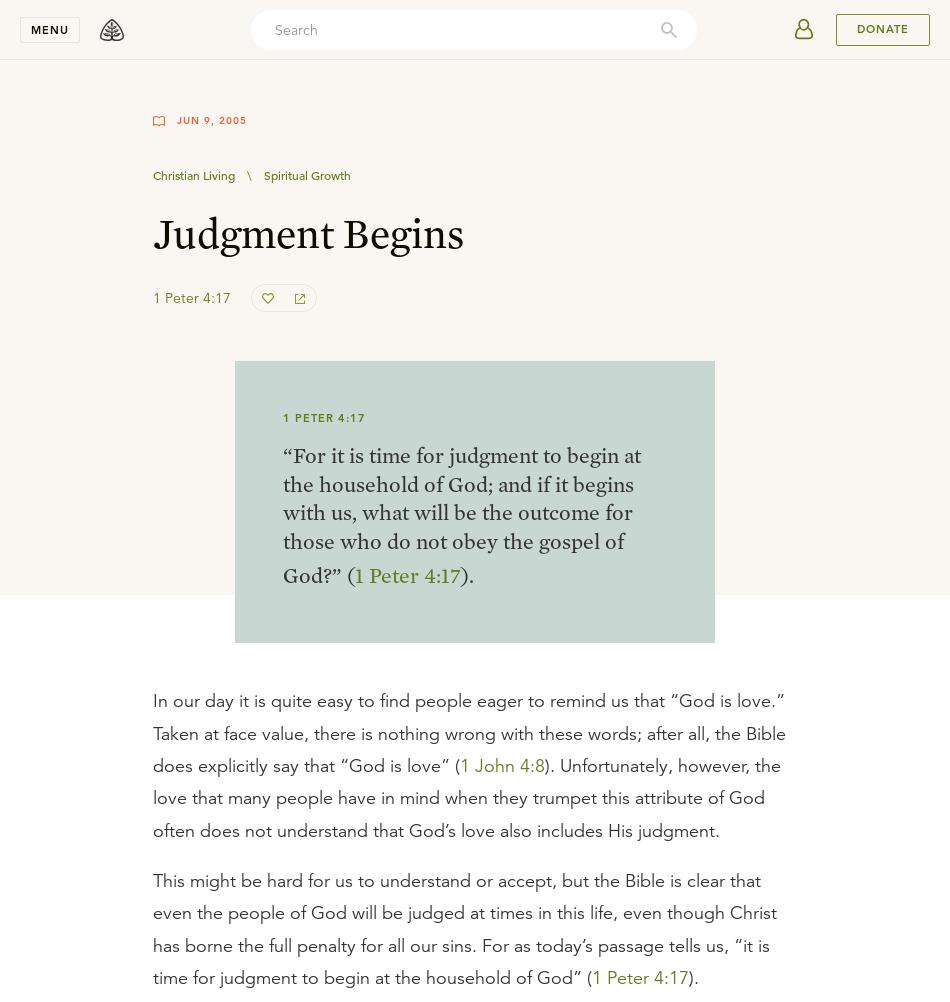 The height and width of the screenshot is (1002, 950). What do you see at coordinates (306, 174) in the screenshot?
I see `'Spiritual Growth'` at bounding box center [306, 174].